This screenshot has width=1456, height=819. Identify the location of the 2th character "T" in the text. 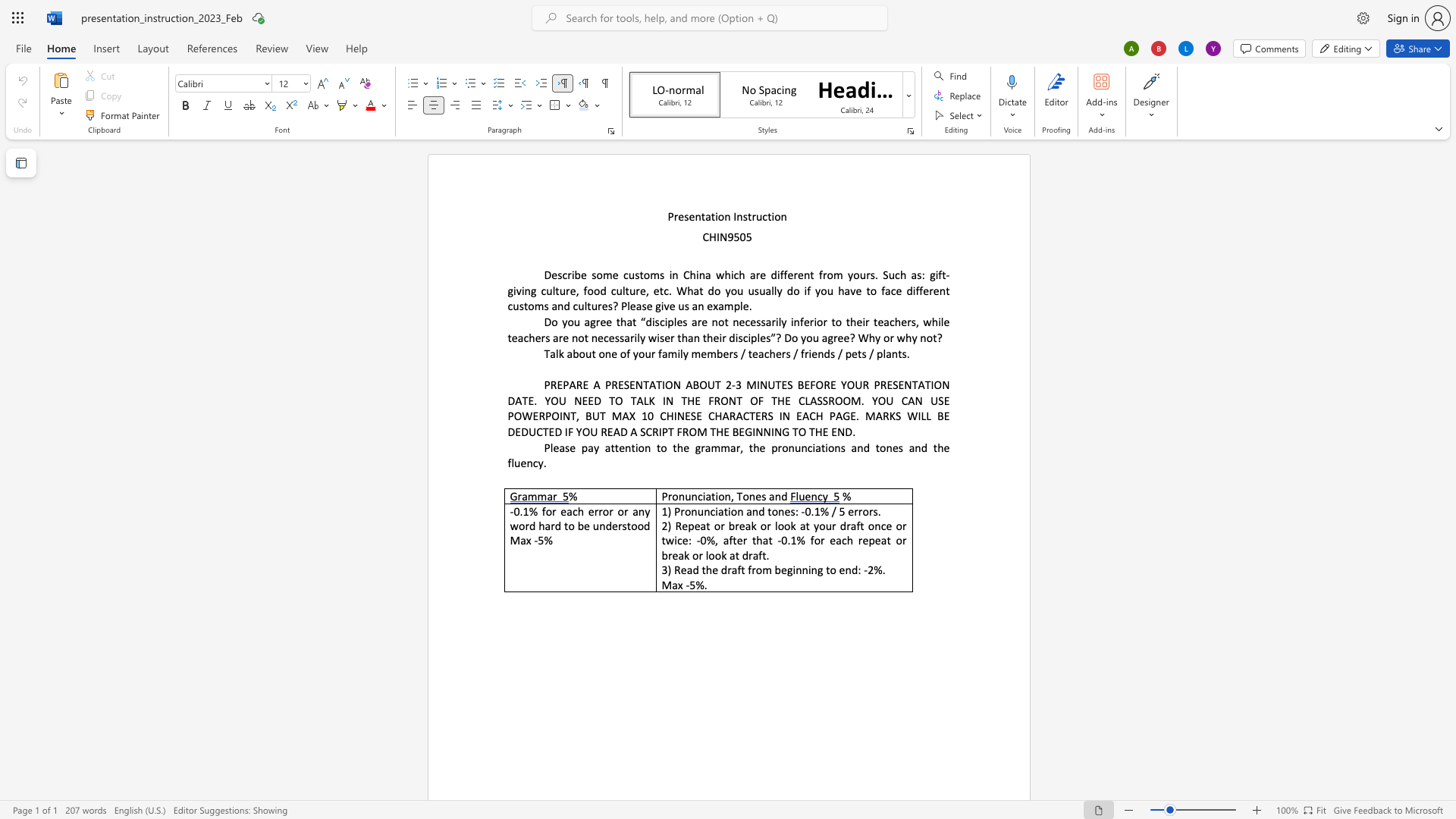
(659, 384).